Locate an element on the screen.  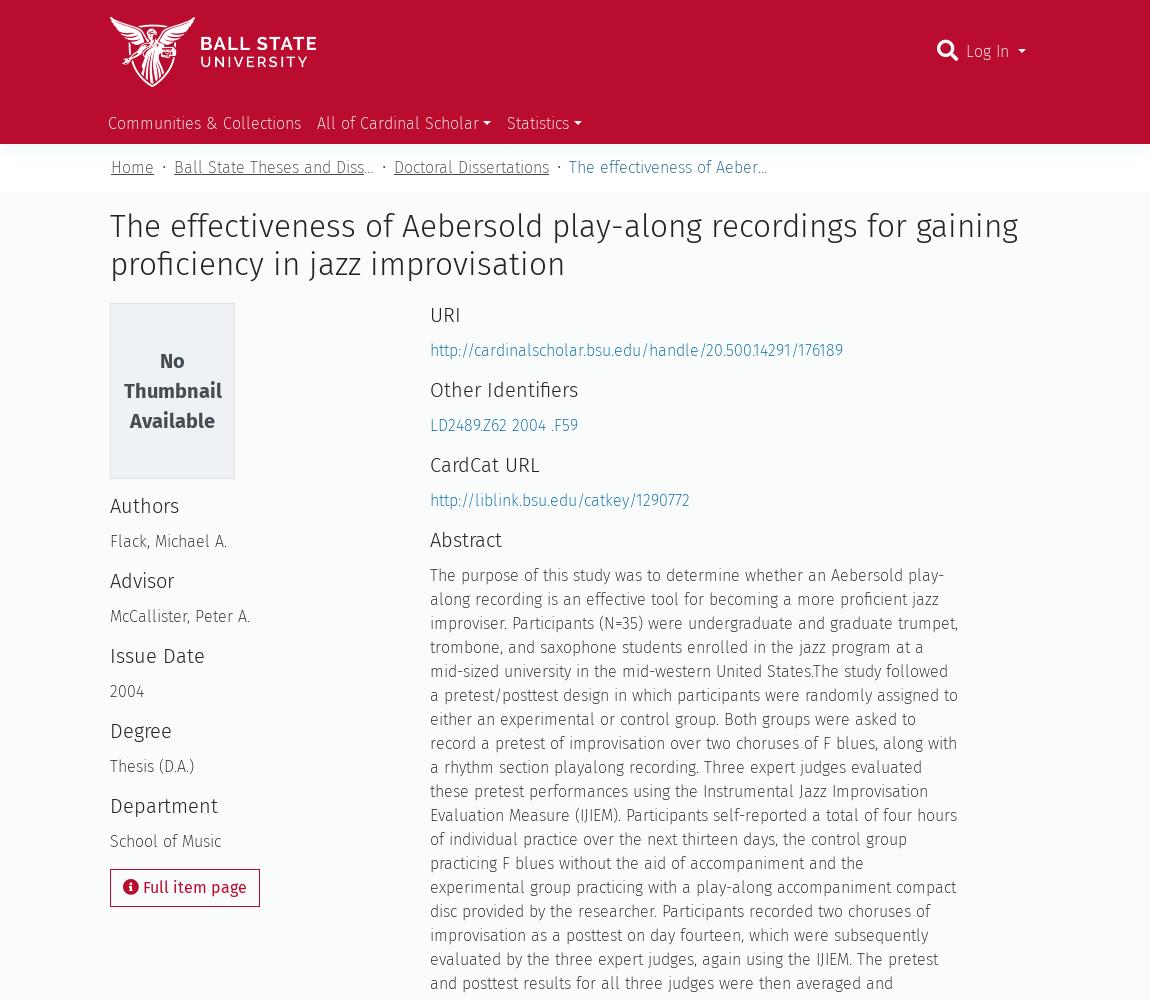
'Communities & Collections' is located at coordinates (203, 122).